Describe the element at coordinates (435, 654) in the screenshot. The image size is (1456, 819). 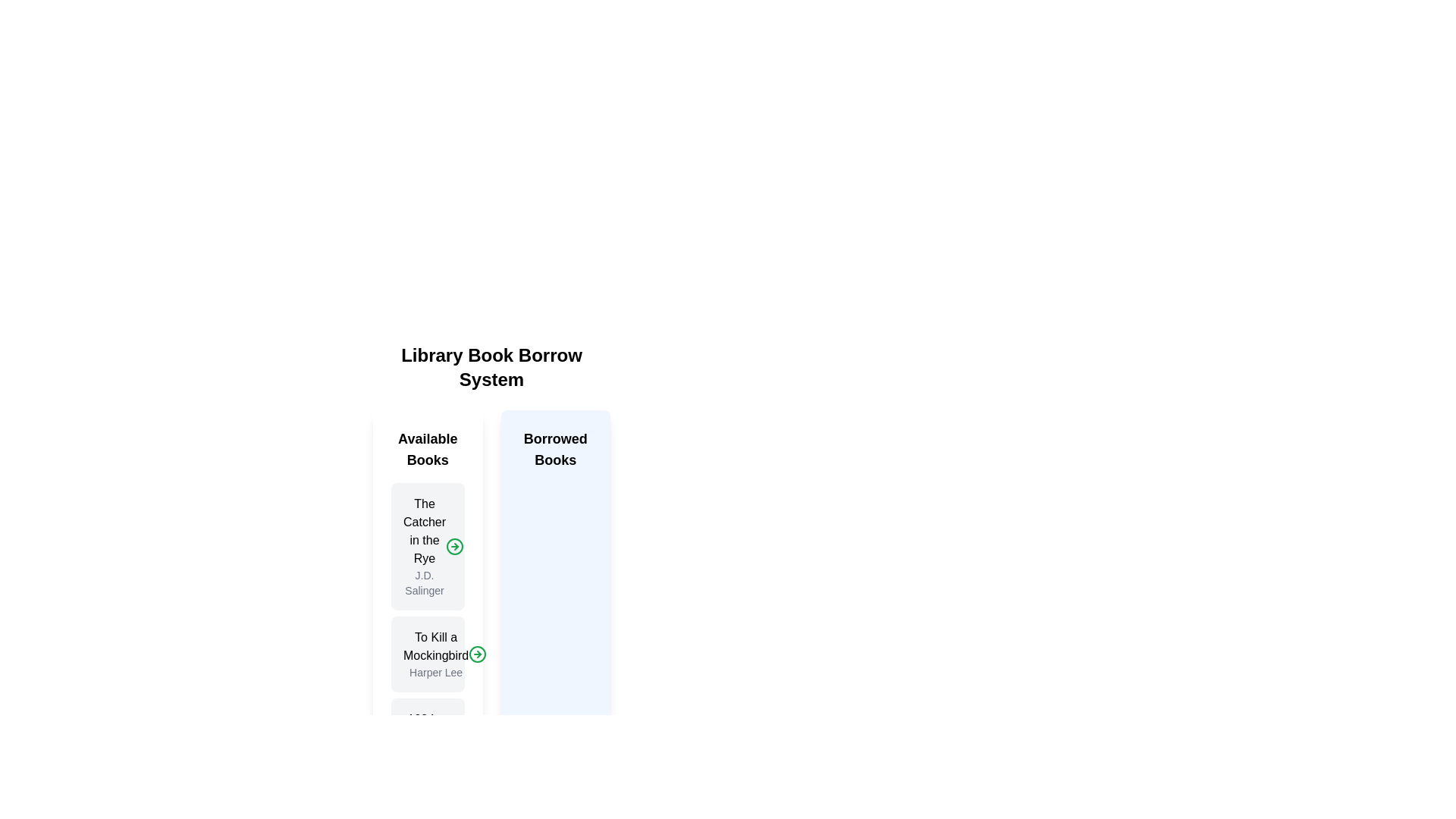
I see `the label displaying the title and author of 'To Kill a Mockingbird' in the 'Available Books' section, located beneath 'The Catcher in the Rye'` at that location.